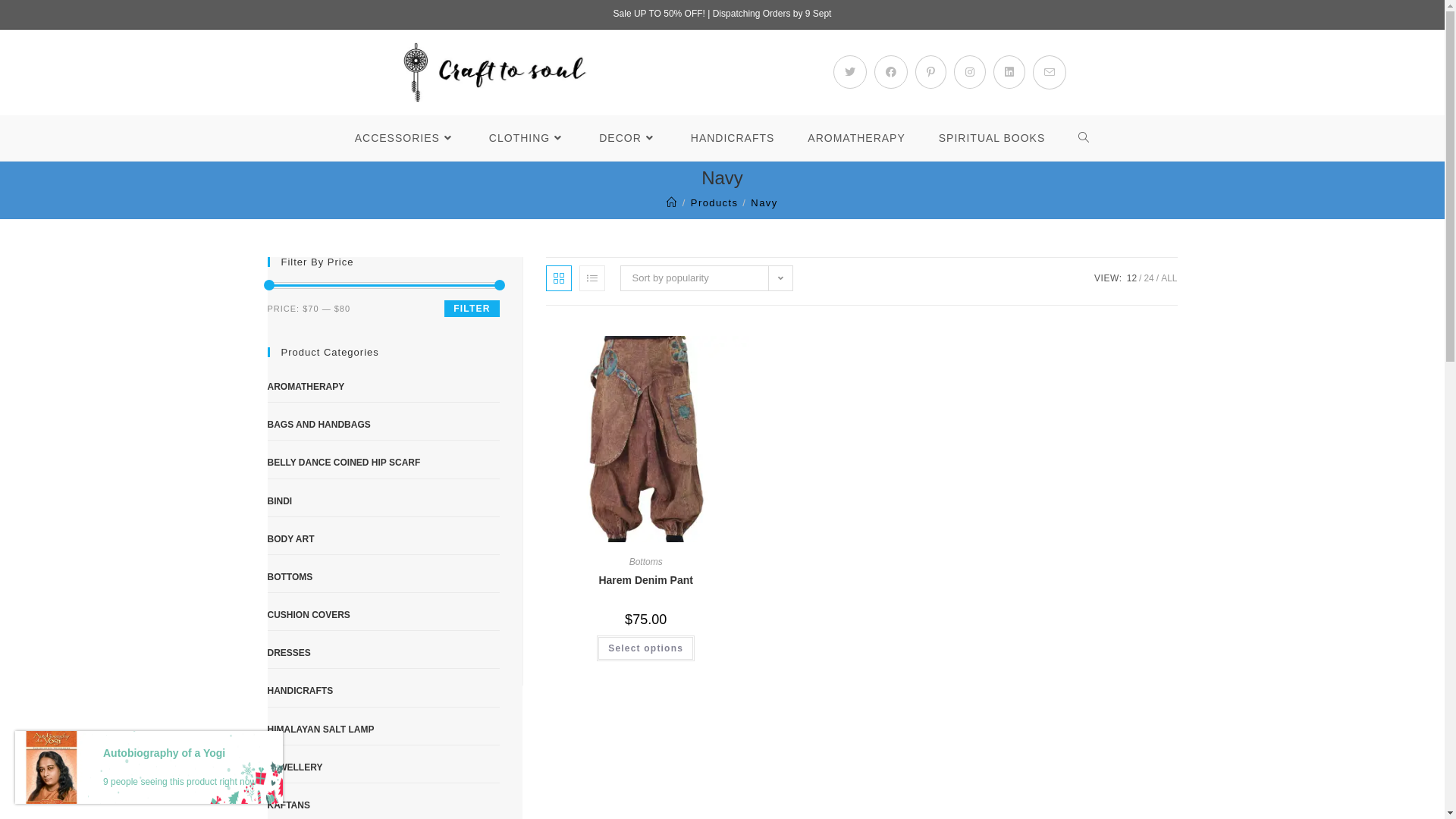 This screenshot has height=819, width=1456. I want to click on 'ALL', so click(1168, 278).